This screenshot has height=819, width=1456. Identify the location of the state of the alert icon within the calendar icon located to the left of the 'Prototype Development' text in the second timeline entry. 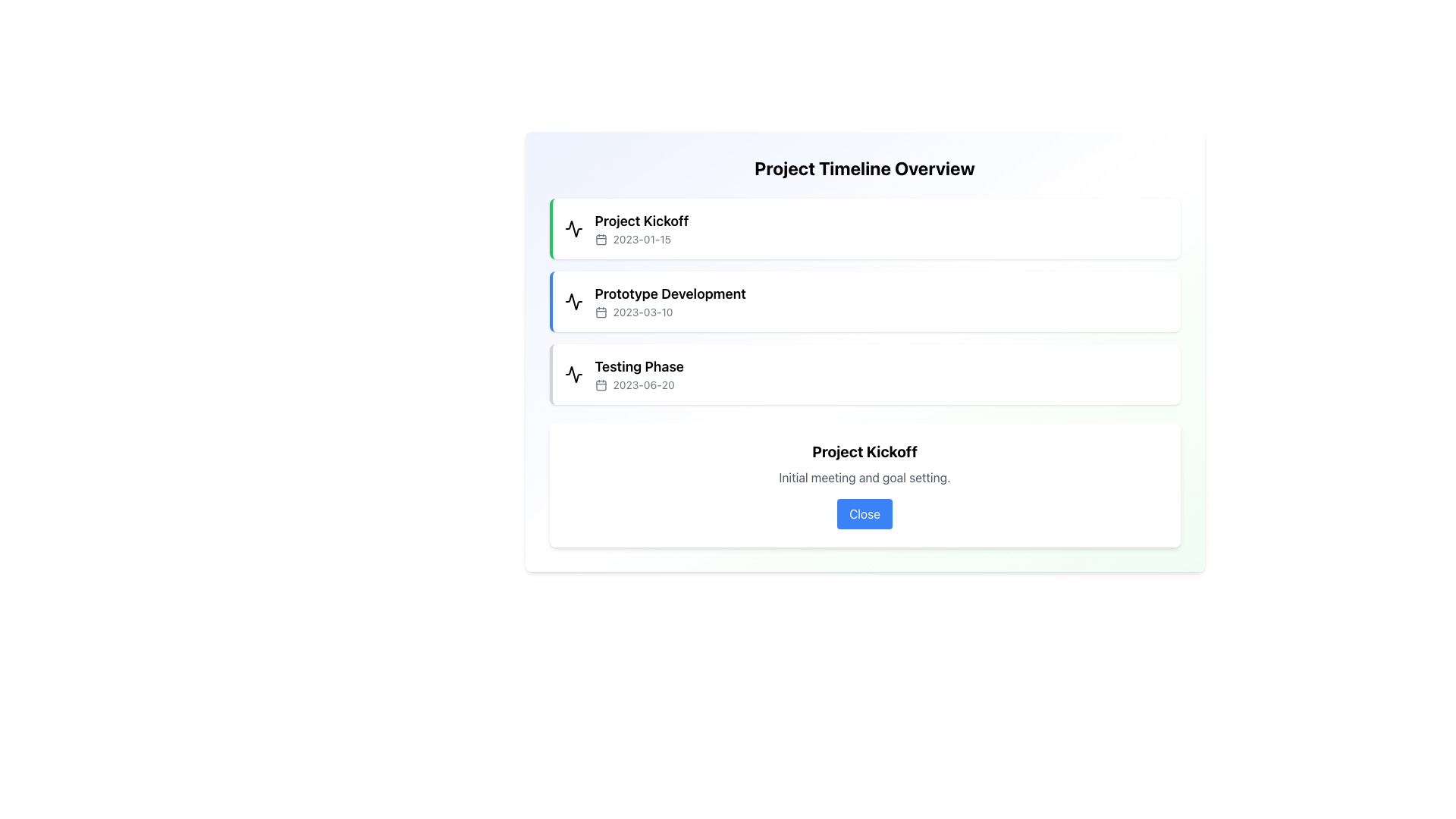
(600, 312).